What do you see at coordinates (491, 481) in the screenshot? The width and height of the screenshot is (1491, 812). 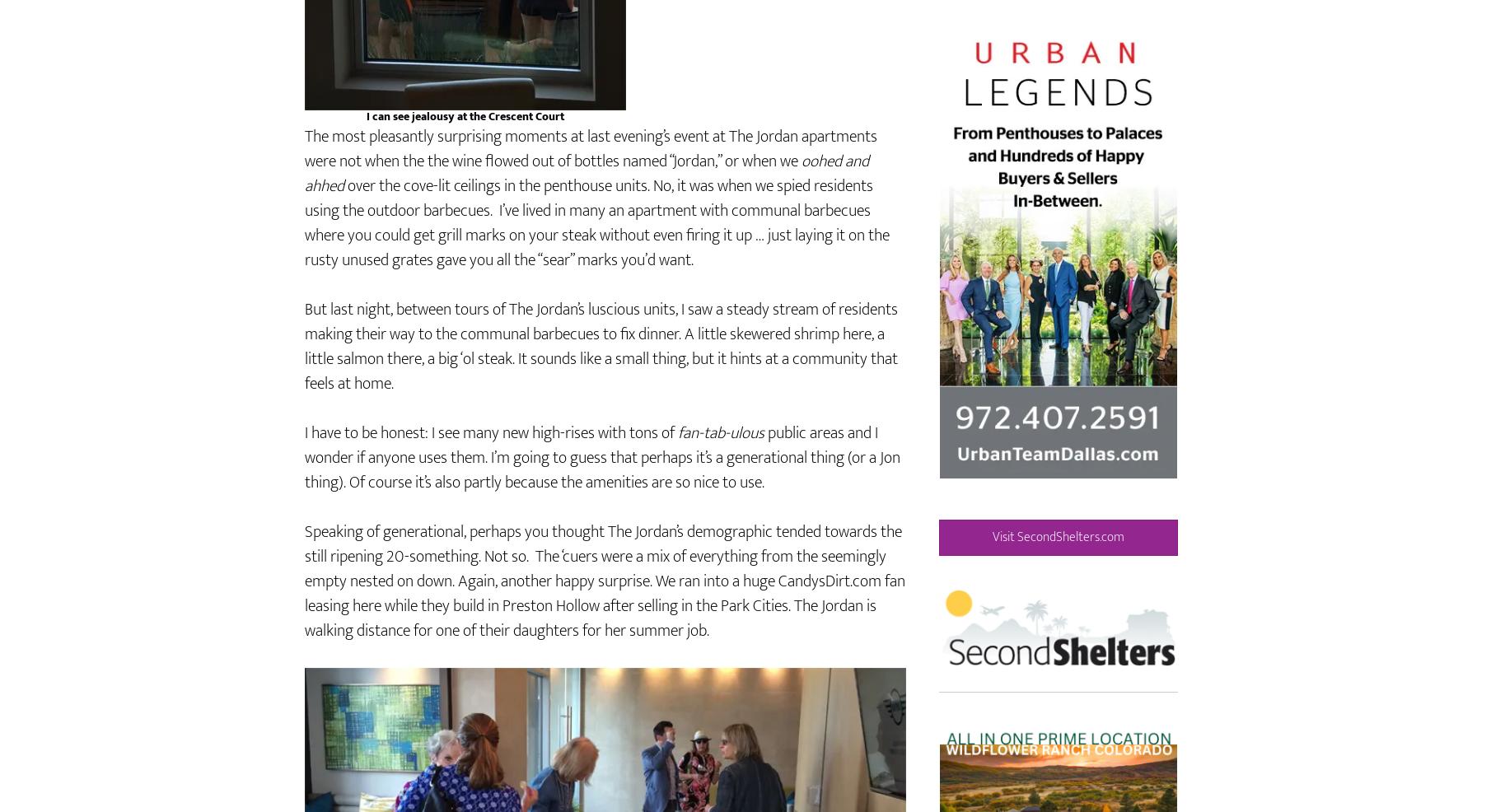 I see `'I have to be honest: I see many new high-rises with tons of'` at bounding box center [491, 481].